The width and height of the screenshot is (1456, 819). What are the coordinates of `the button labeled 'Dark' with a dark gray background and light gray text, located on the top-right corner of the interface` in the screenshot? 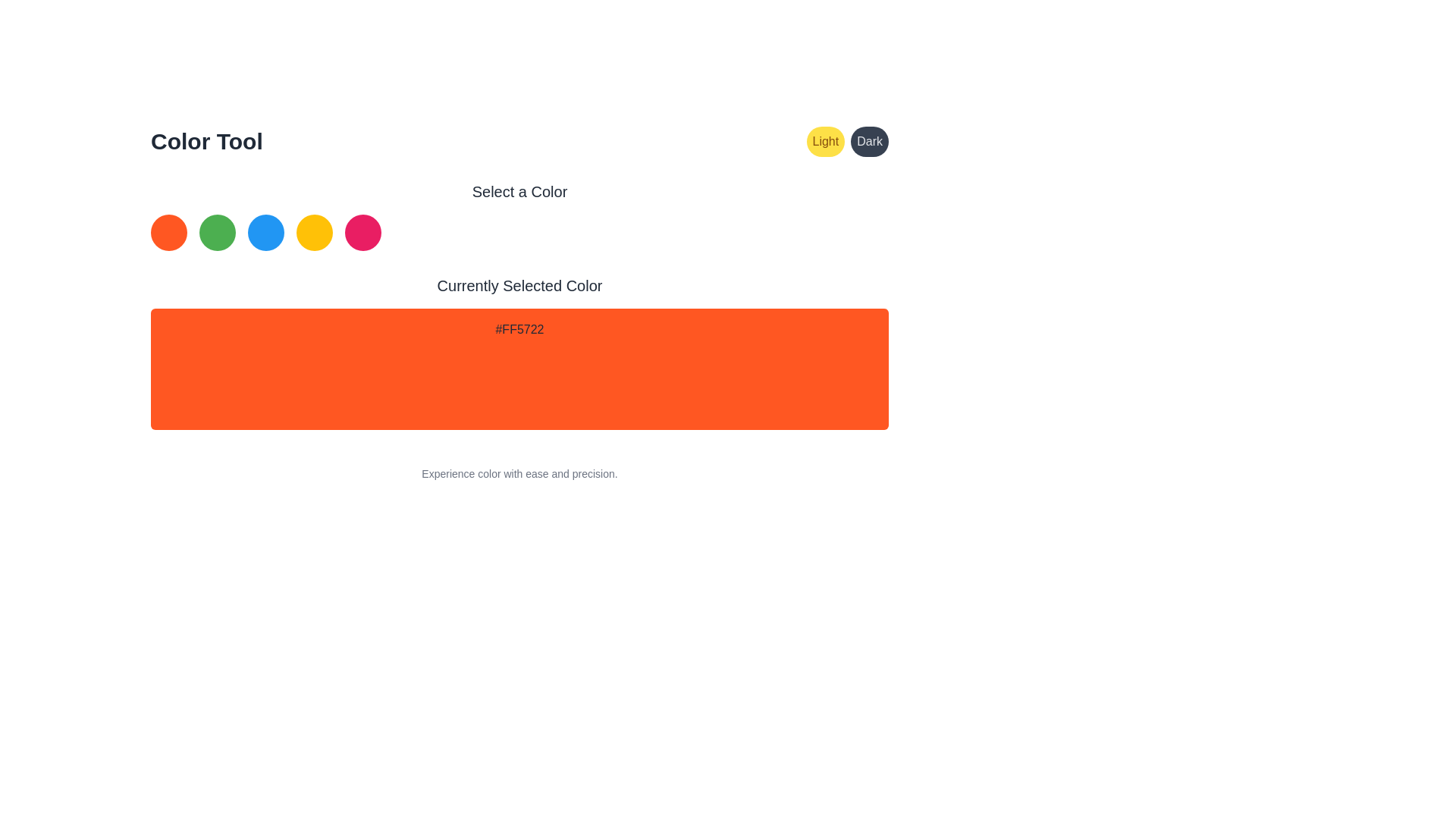 It's located at (870, 141).